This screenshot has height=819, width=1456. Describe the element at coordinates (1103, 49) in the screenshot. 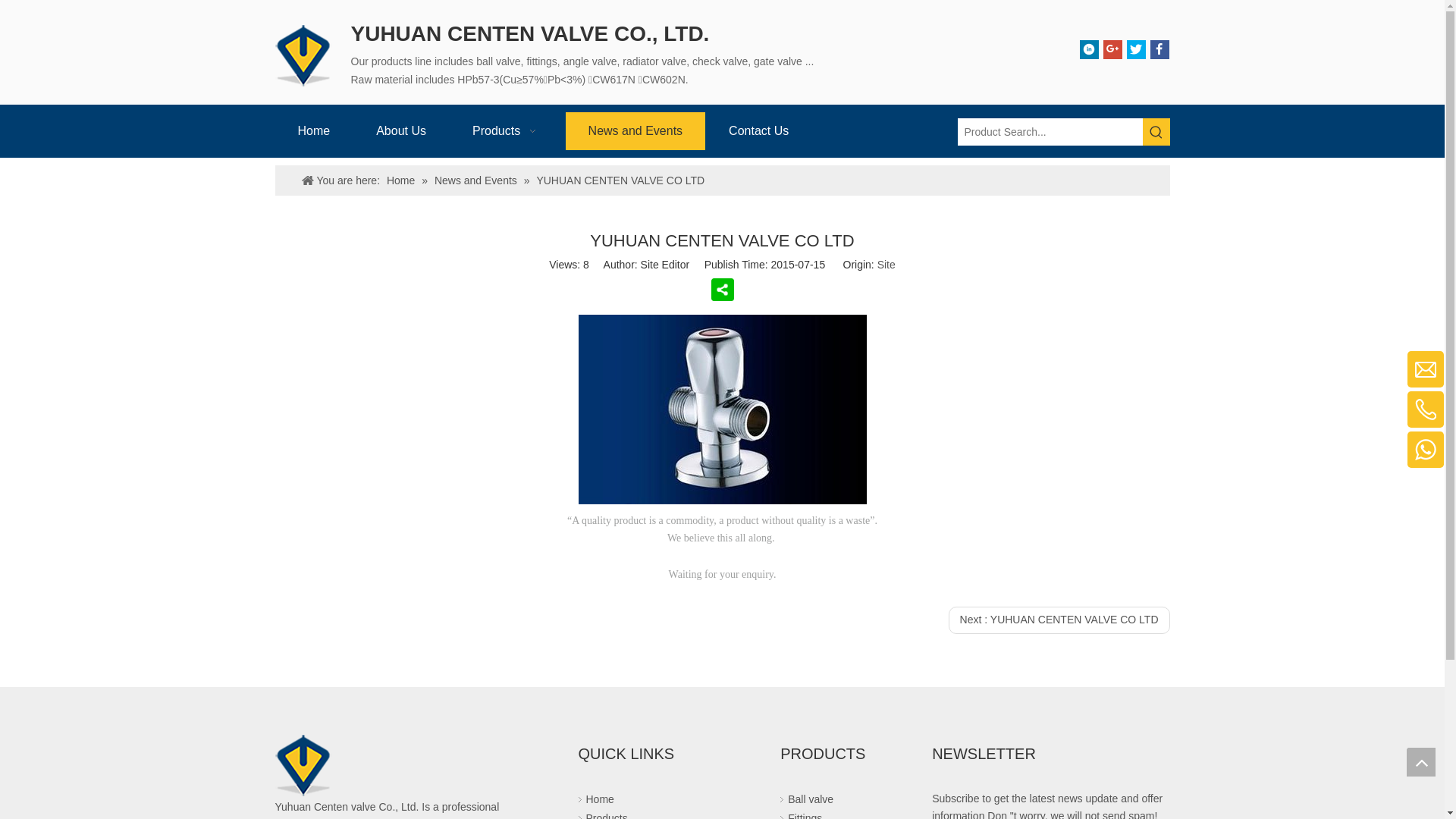

I see `'Google+'` at that location.